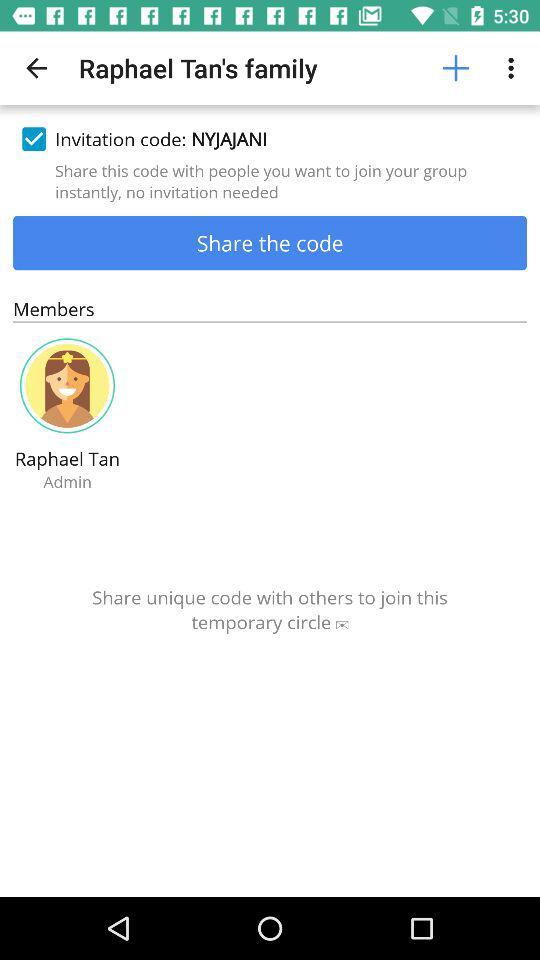 Image resolution: width=540 pixels, height=960 pixels. What do you see at coordinates (455, 68) in the screenshot?
I see `icon to the right of the raphael tan s item` at bounding box center [455, 68].